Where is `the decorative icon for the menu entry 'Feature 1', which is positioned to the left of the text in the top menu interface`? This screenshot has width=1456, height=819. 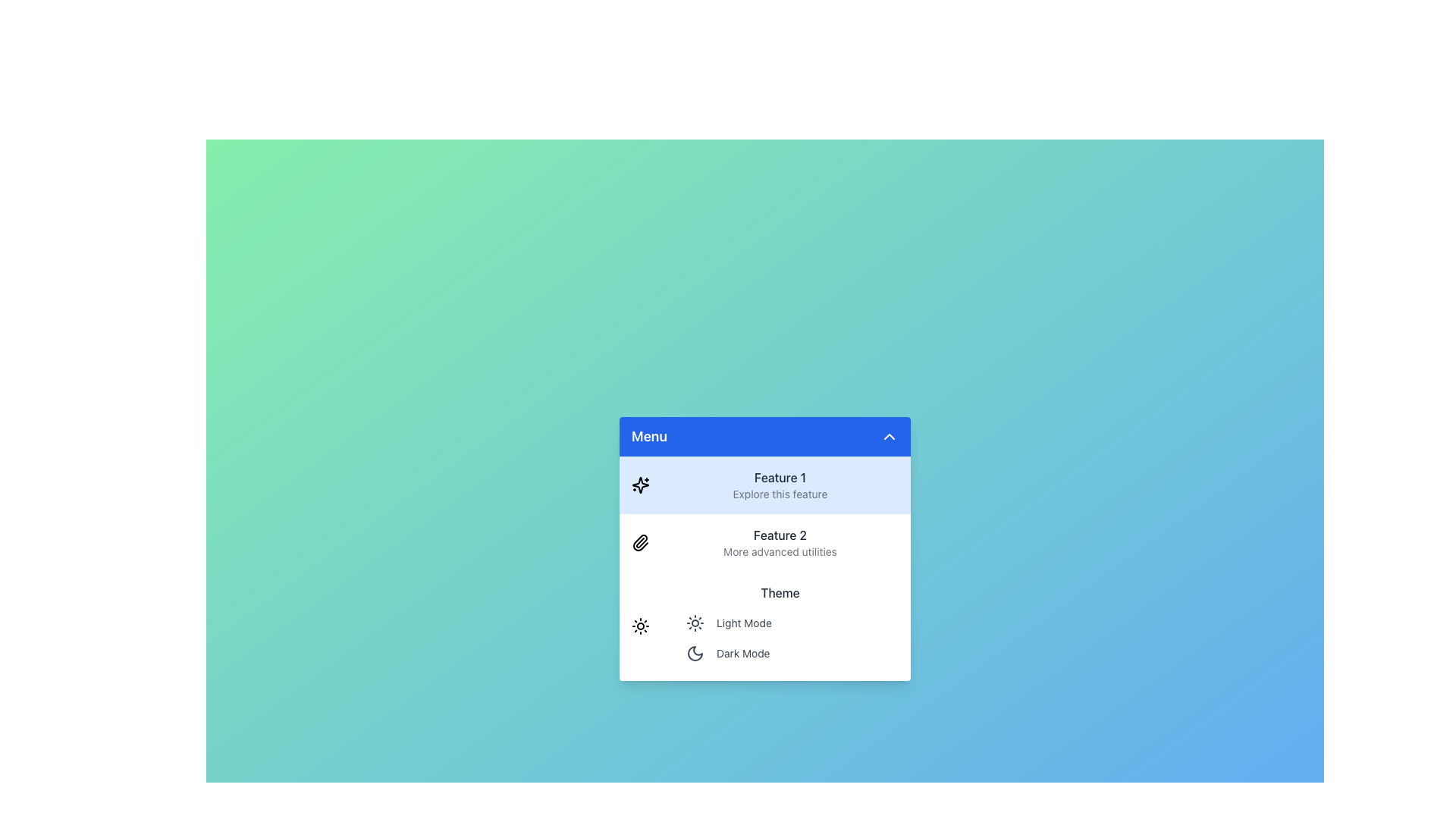
the decorative icon for the menu entry 'Feature 1', which is positioned to the left of the text in the top menu interface is located at coordinates (640, 485).